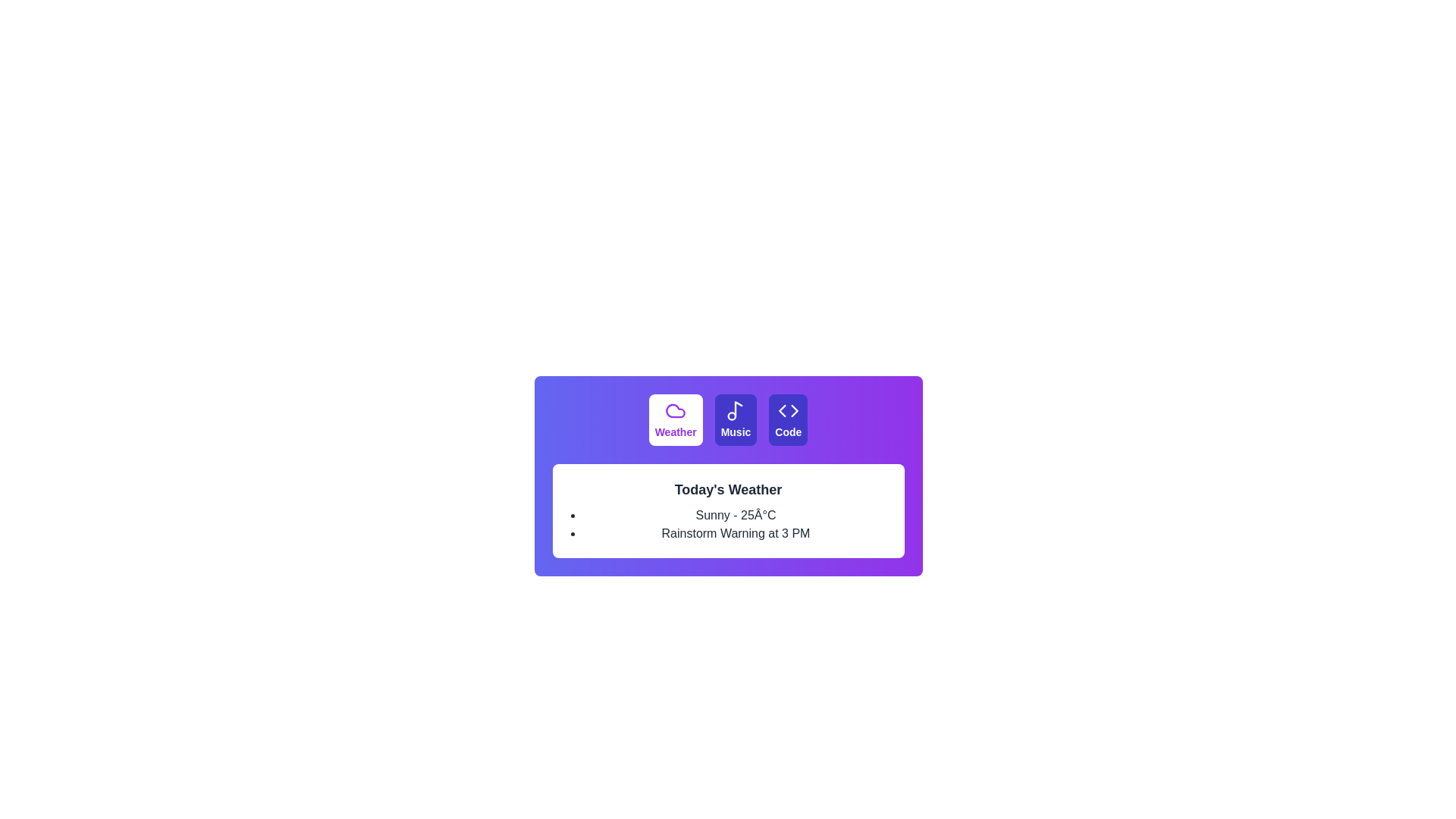 The width and height of the screenshot is (1456, 819). Describe the element at coordinates (728, 511) in the screenshot. I see `the weather information display titled 'Today's Weather'` at that location.